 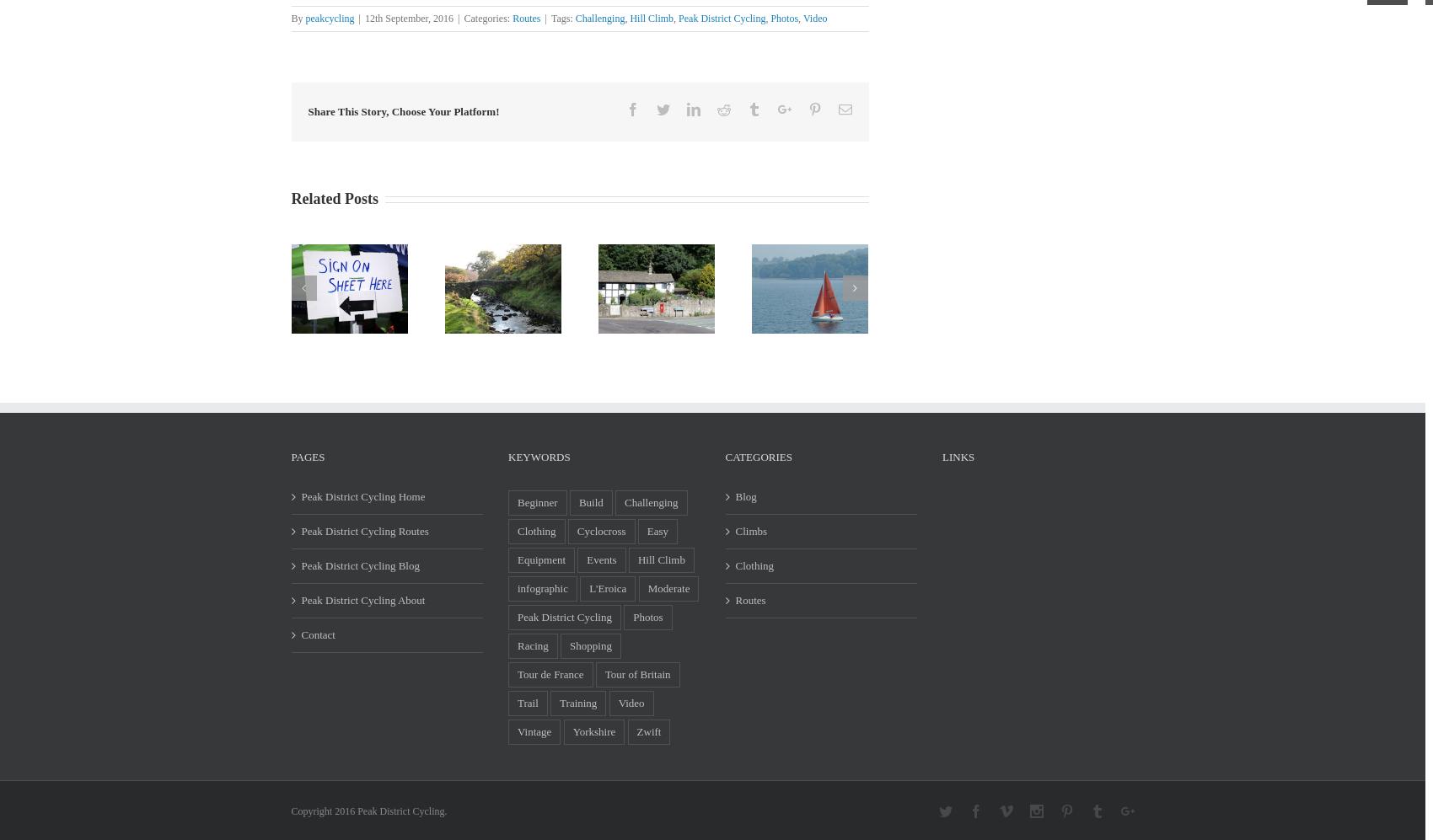 What do you see at coordinates (517, 703) in the screenshot?
I see `'Trail'` at bounding box center [517, 703].